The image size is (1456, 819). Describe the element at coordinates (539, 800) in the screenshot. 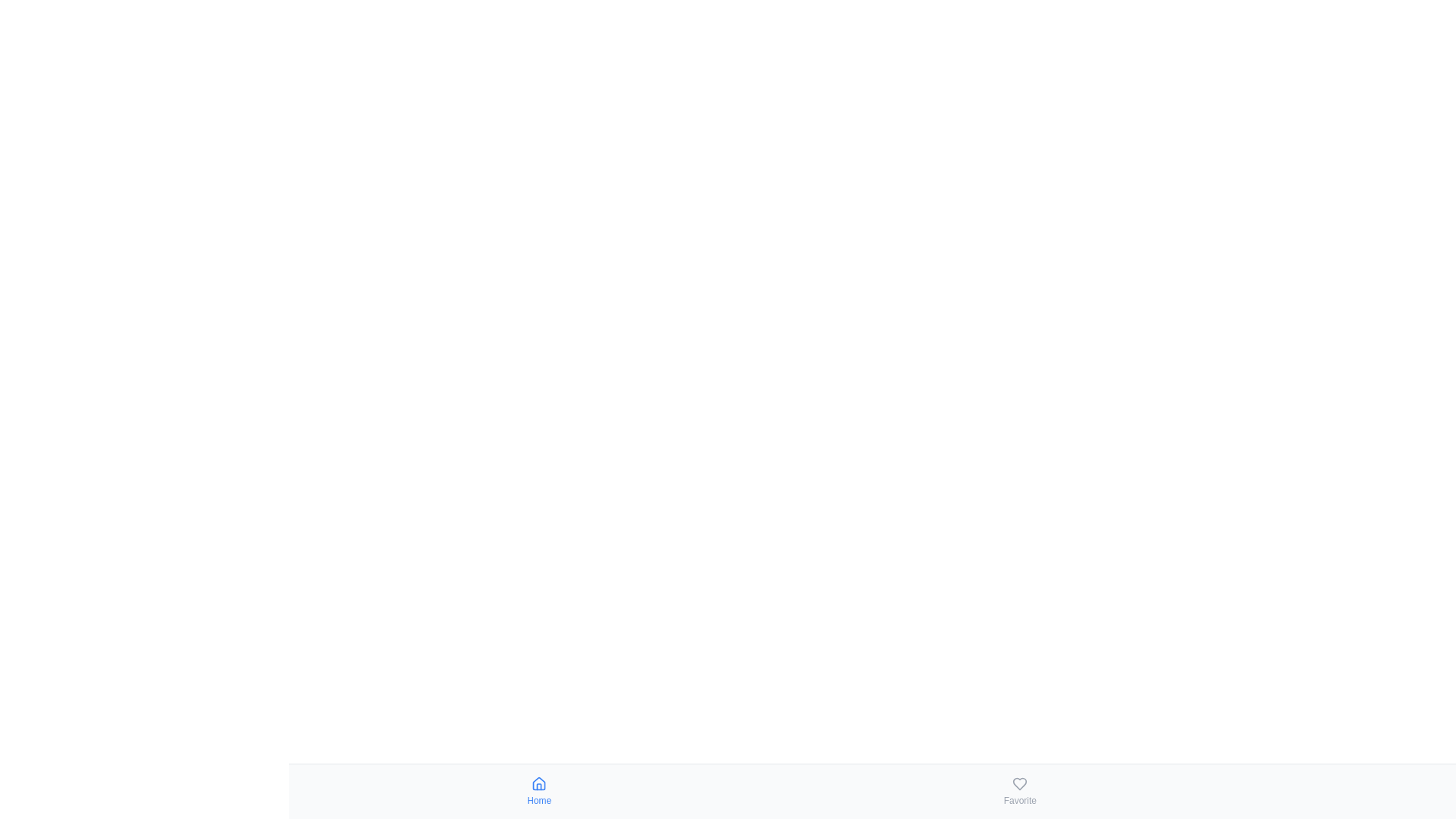

I see `the label of the navigation item Home` at that location.